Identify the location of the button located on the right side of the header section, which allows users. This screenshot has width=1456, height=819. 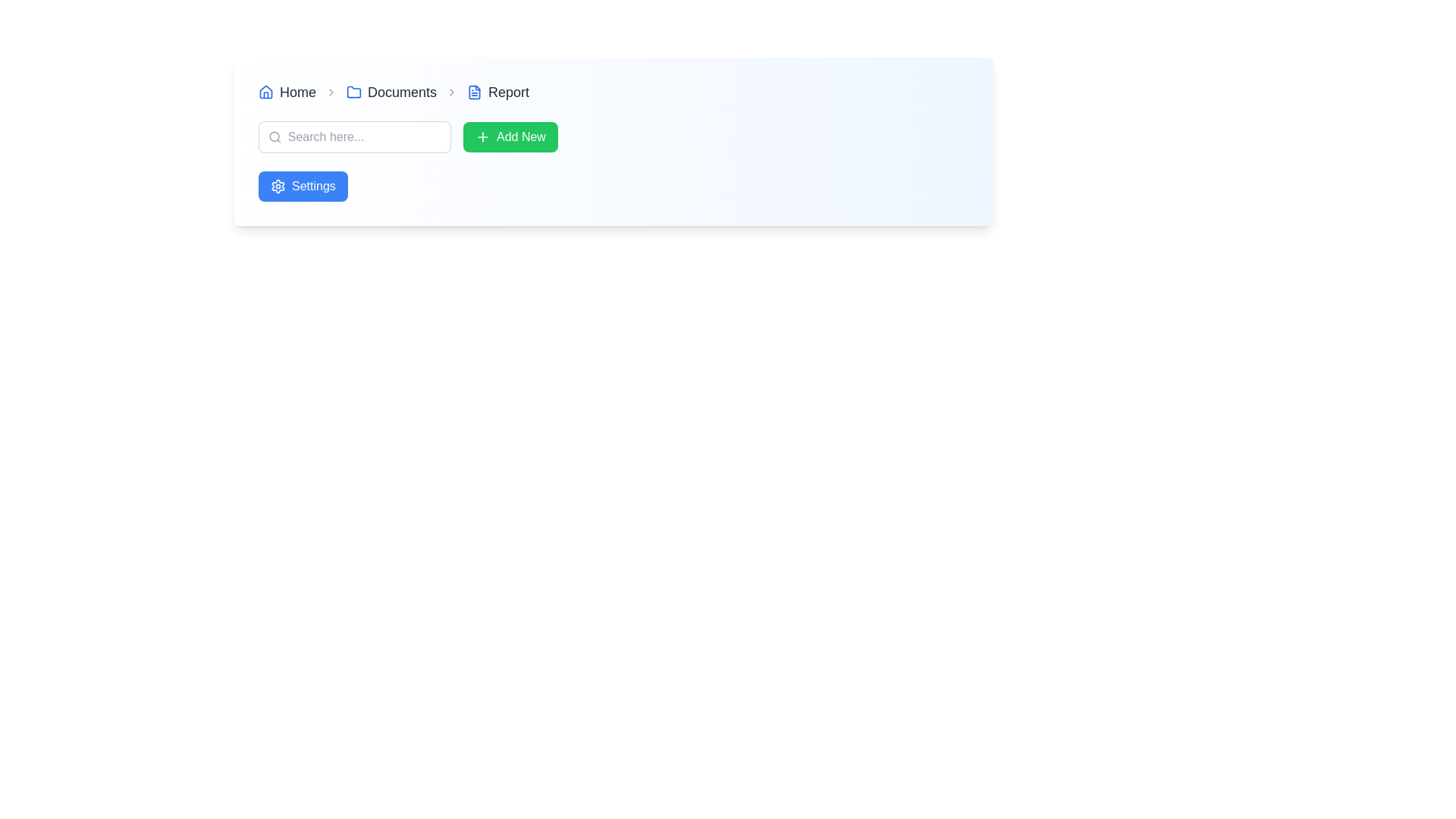
(510, 137).